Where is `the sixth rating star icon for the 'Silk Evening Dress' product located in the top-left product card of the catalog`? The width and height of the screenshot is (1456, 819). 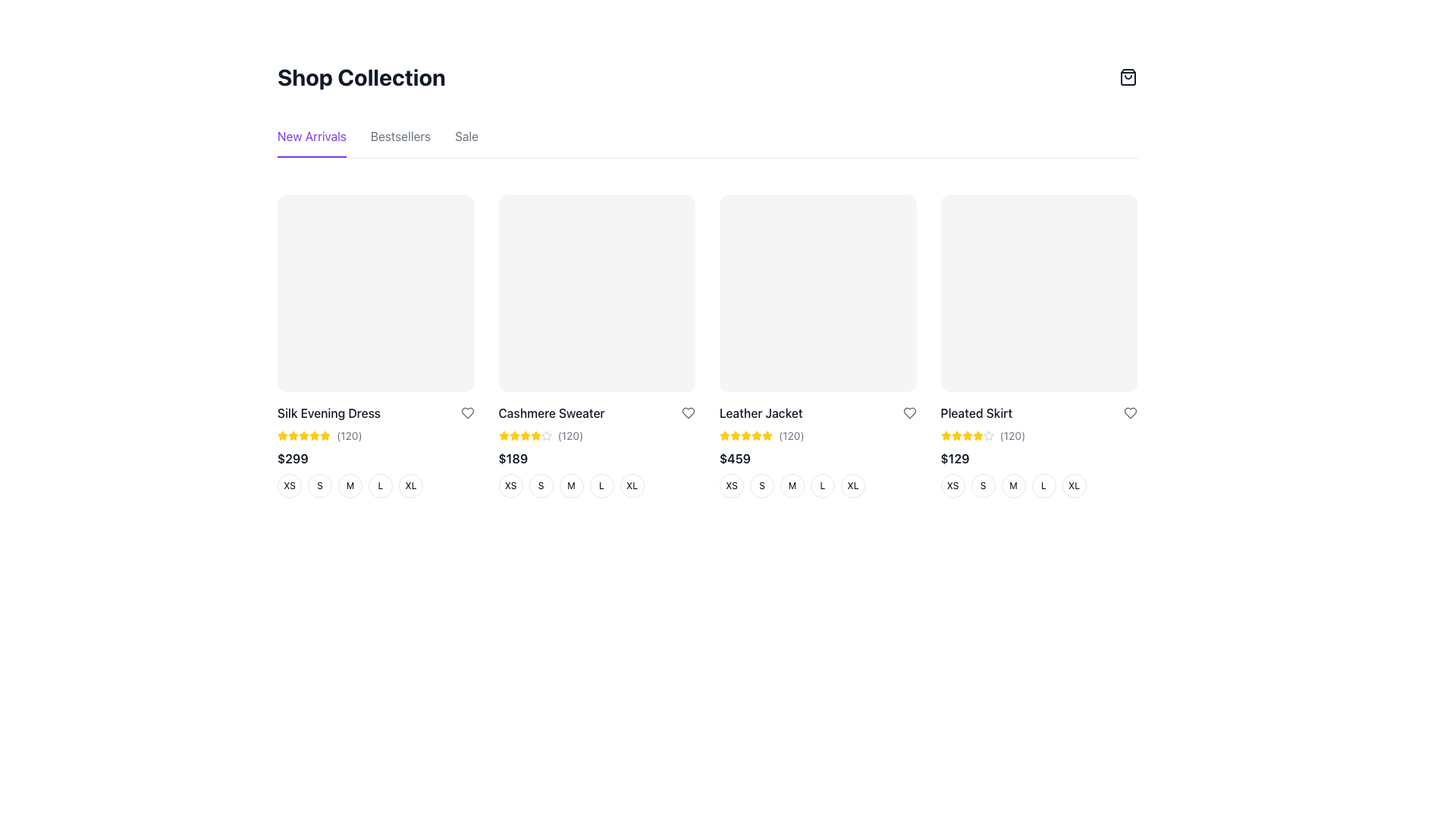 the sixth rating star icon for the 'Silk Evening Dress' product located in the top-left product card of the catalog is located at coordinates (313, 435).